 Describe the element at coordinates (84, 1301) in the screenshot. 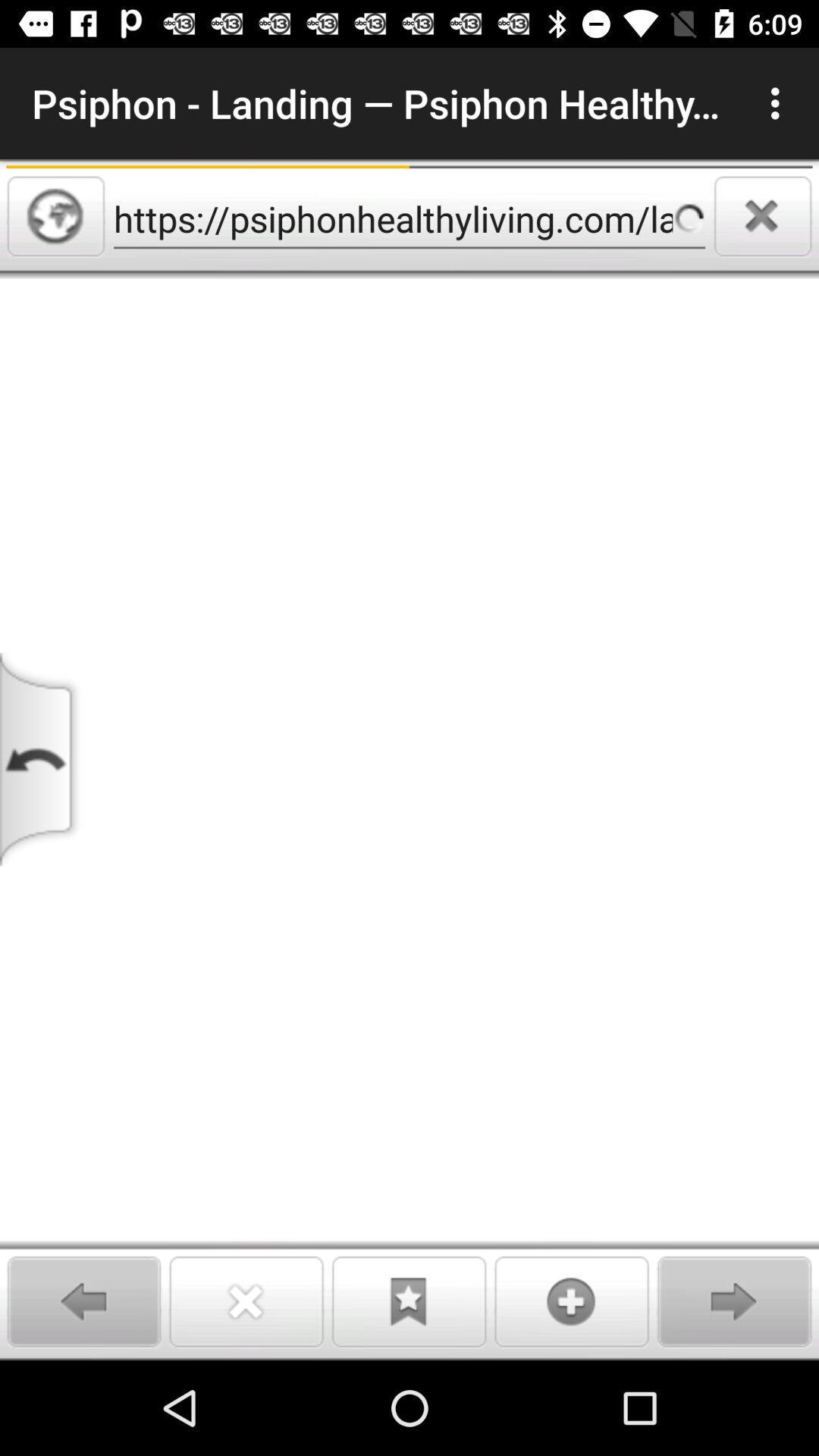

I see `the arrow_backward icon` at that location.